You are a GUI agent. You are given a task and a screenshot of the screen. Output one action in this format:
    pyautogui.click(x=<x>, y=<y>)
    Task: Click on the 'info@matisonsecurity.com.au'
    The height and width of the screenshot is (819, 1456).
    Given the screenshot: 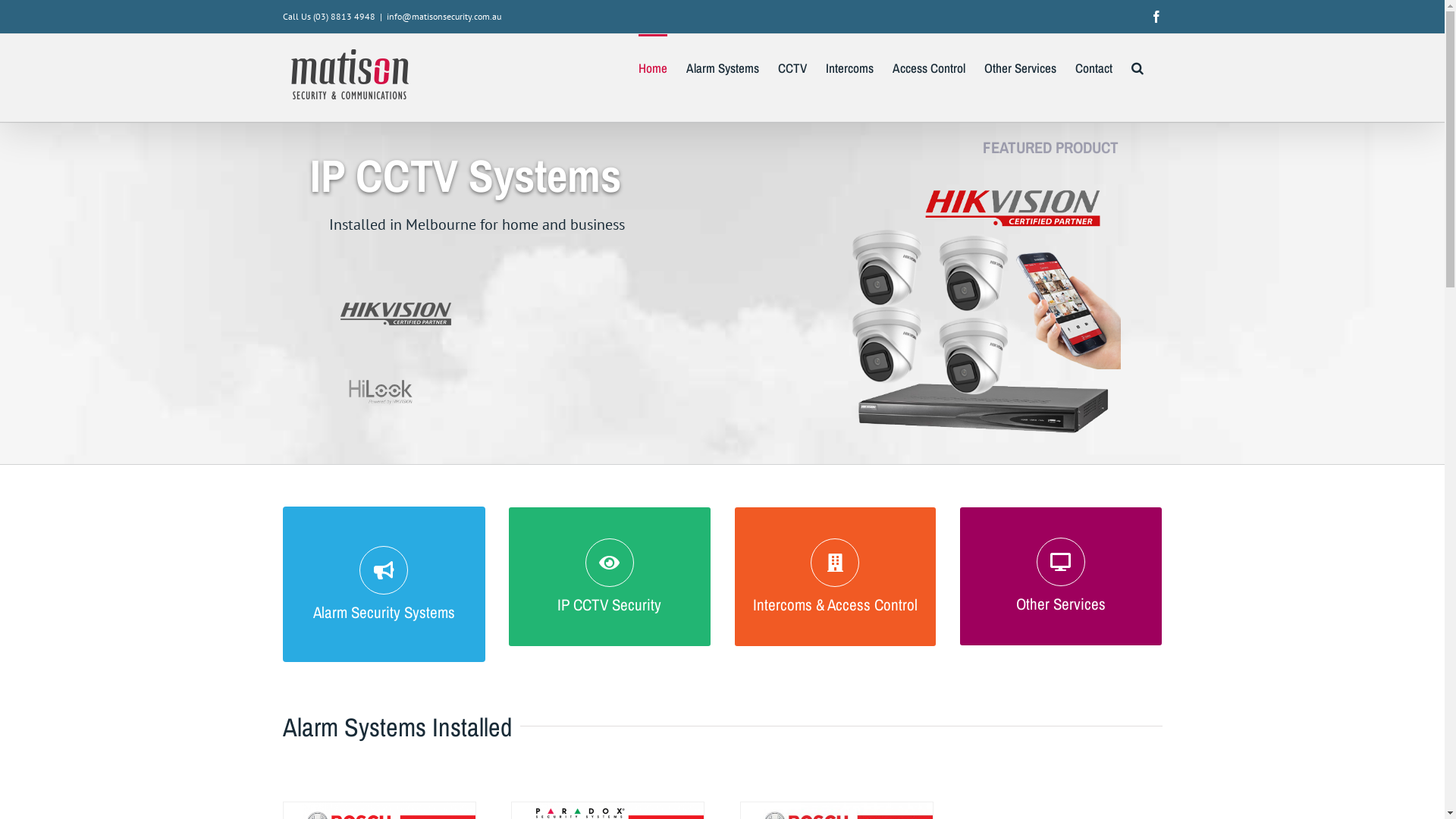 What is the action you would take?
    pyautogui.click(x=386, y=16)
    